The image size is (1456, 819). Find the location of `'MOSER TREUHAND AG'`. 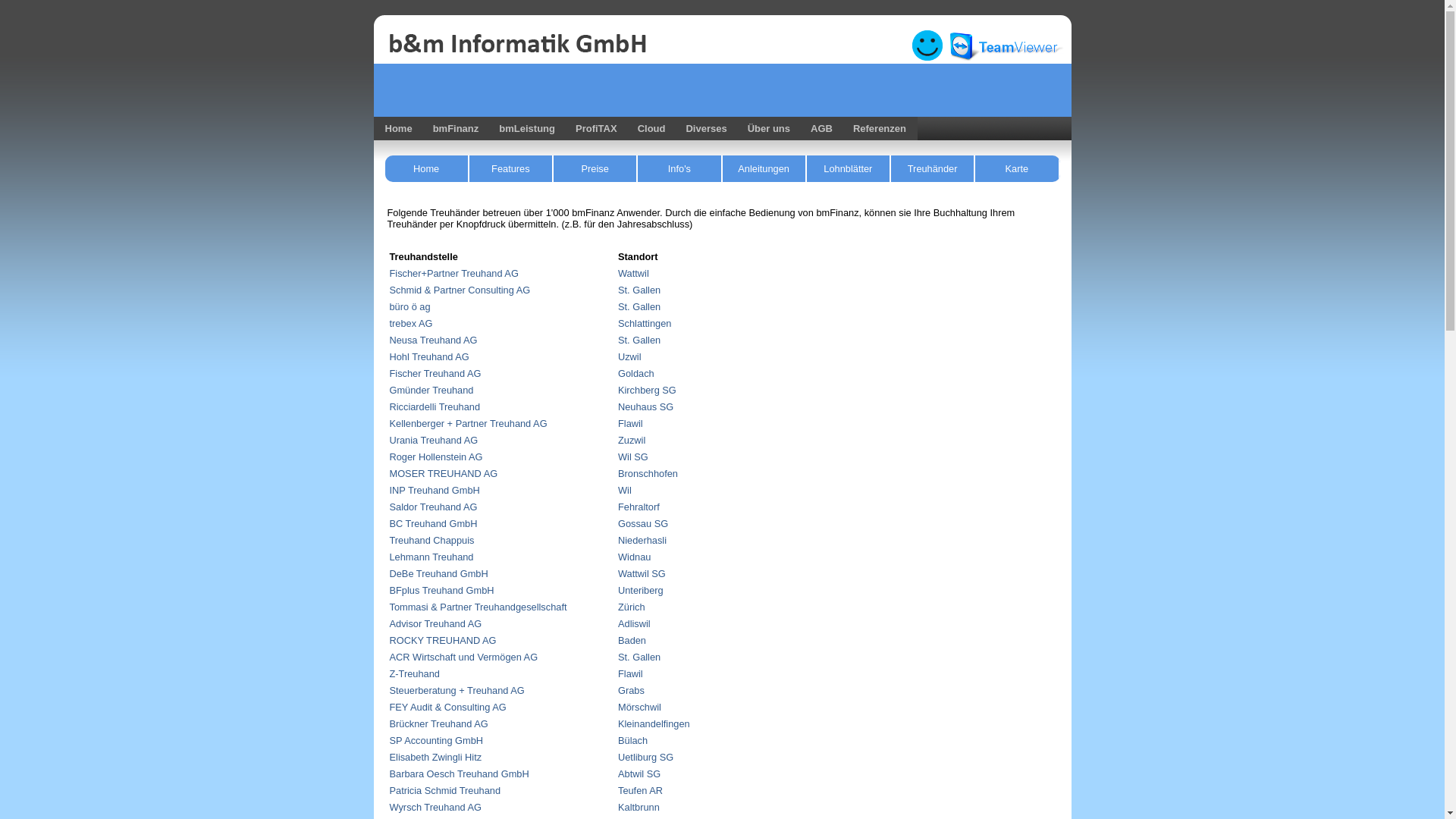

'MOSER TREUHAND AG' is located at coordinates (389, 472).